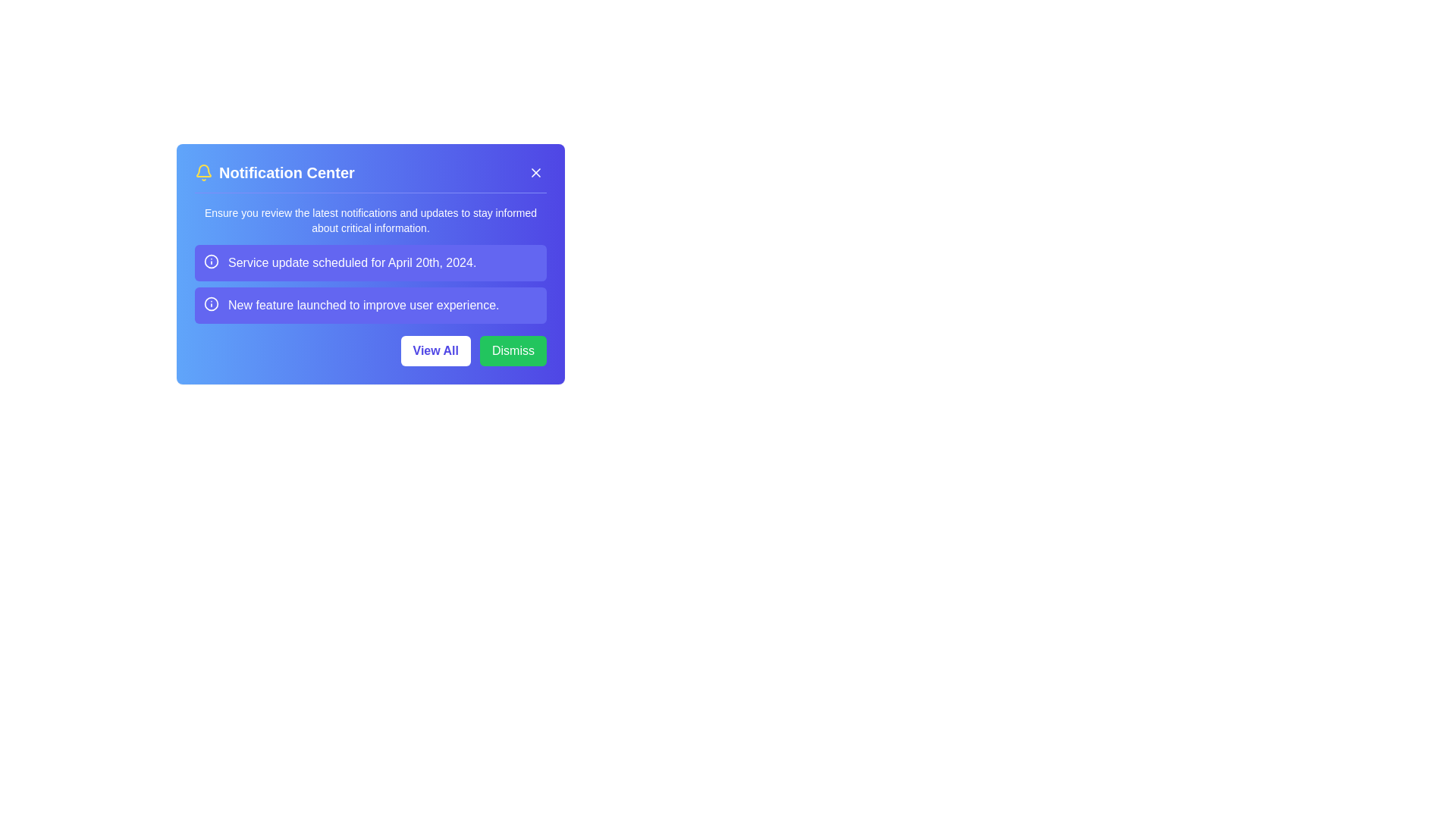 Image resolution: width=1456 pixels, height=819 pixels. What do you see at coordinates (287, 171) in the screenshot?
I see `the 'Notification Center' text label, which is prominently displayed in a bold, extra-large font within the header of the notification modal` at bounding box center [287, 171].